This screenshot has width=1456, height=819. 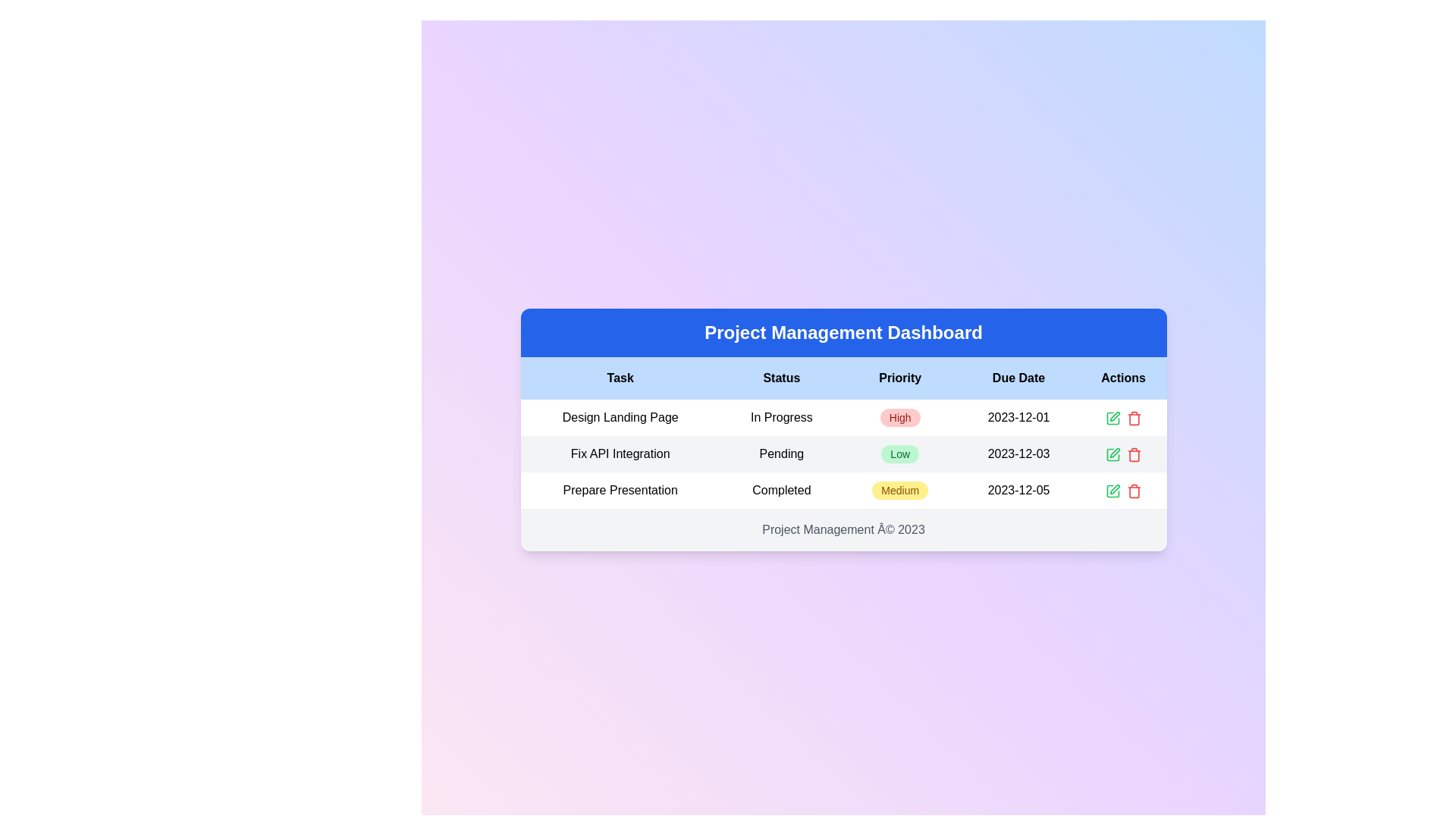 I want to click on the 'Completed' text label in the 'Status' column of the row for the task 'Prepare Presentation' in the Project Management Dashboard, so click(x=781, y=491).